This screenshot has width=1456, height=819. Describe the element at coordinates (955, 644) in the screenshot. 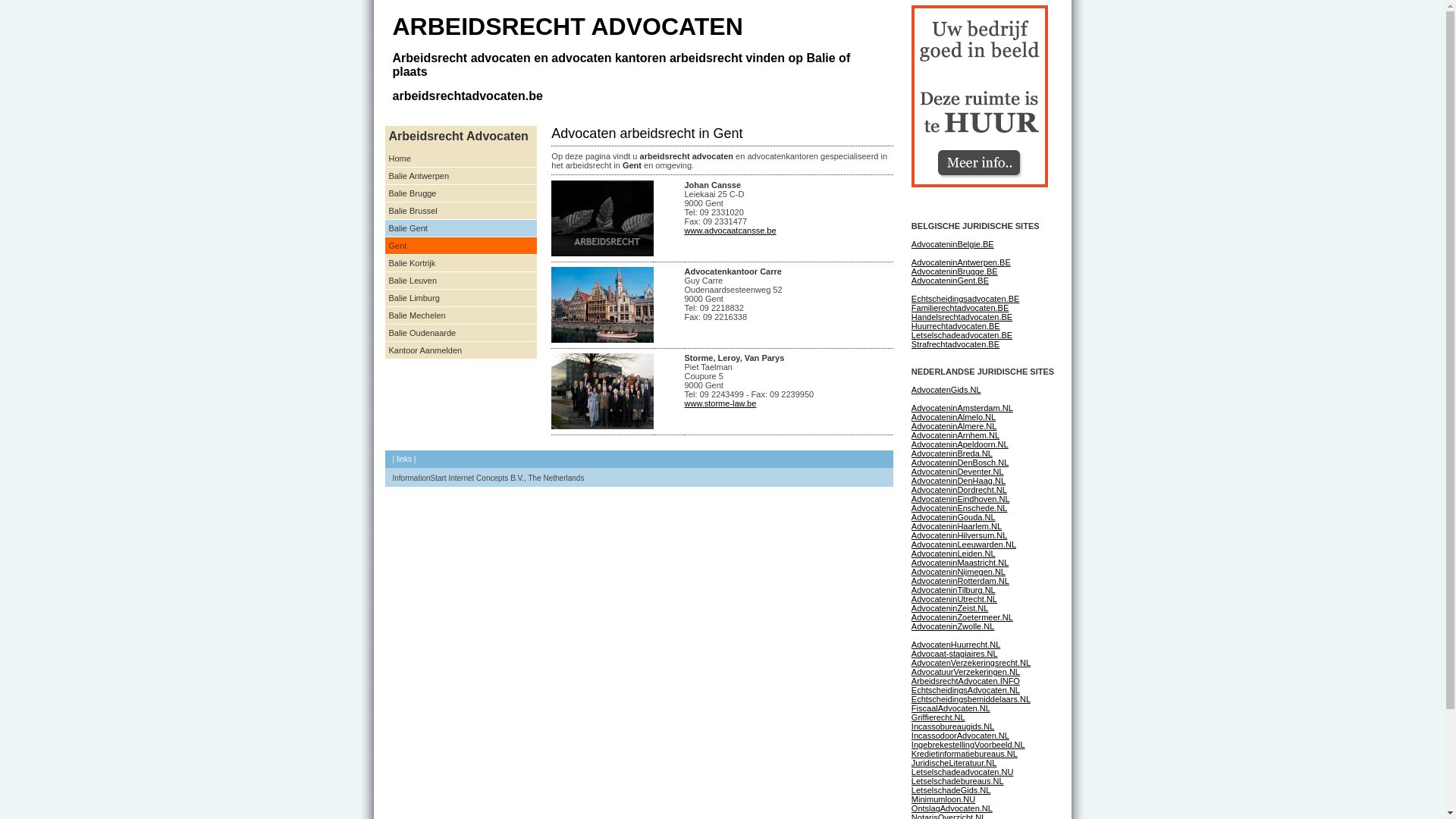

I see `'AdvocatenHuurrecht.NL'` at that location.